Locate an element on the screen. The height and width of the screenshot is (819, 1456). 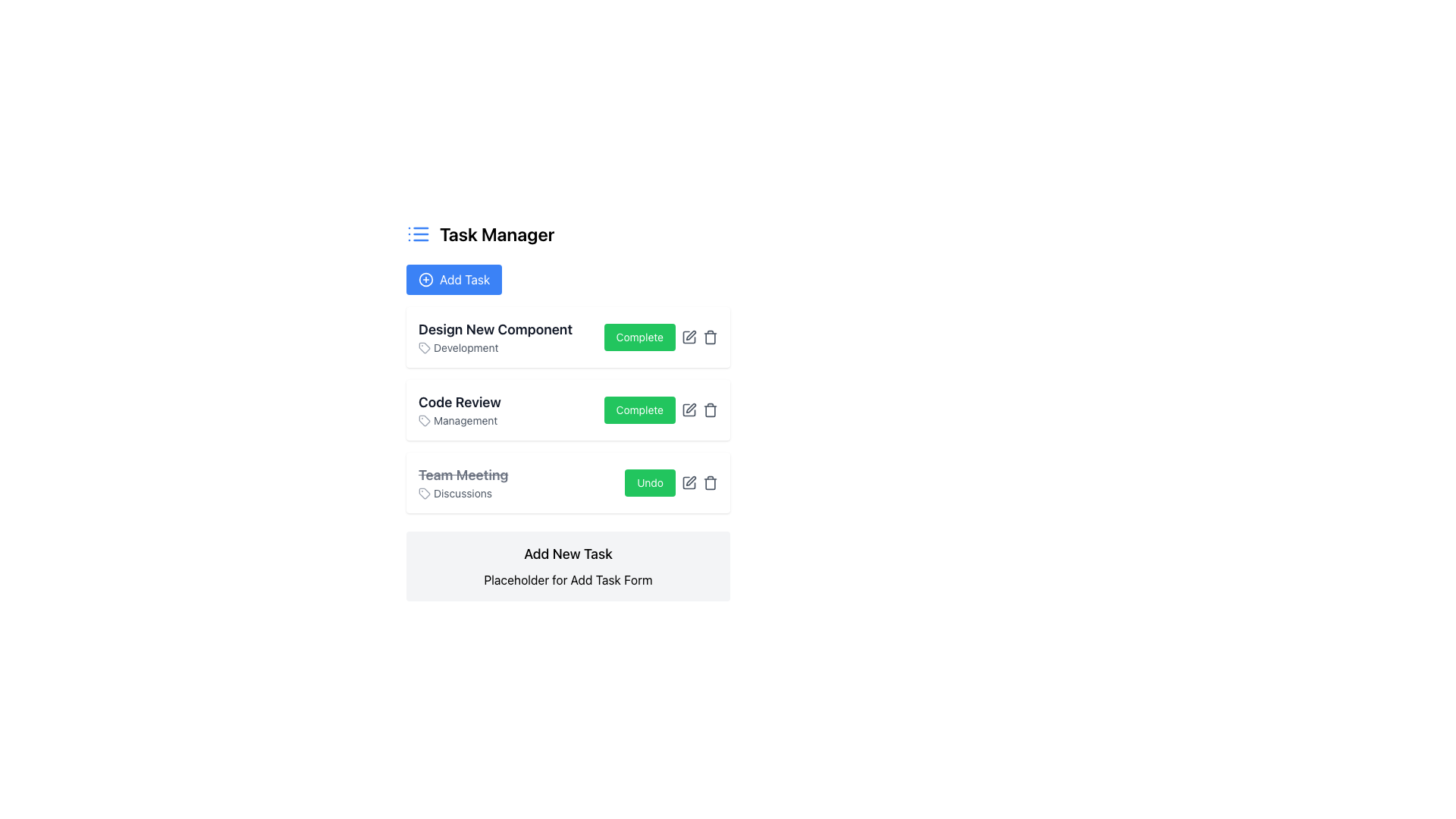
the button next to the 'Code Review' task to mark it as complete is located at coordinates (661, 409).